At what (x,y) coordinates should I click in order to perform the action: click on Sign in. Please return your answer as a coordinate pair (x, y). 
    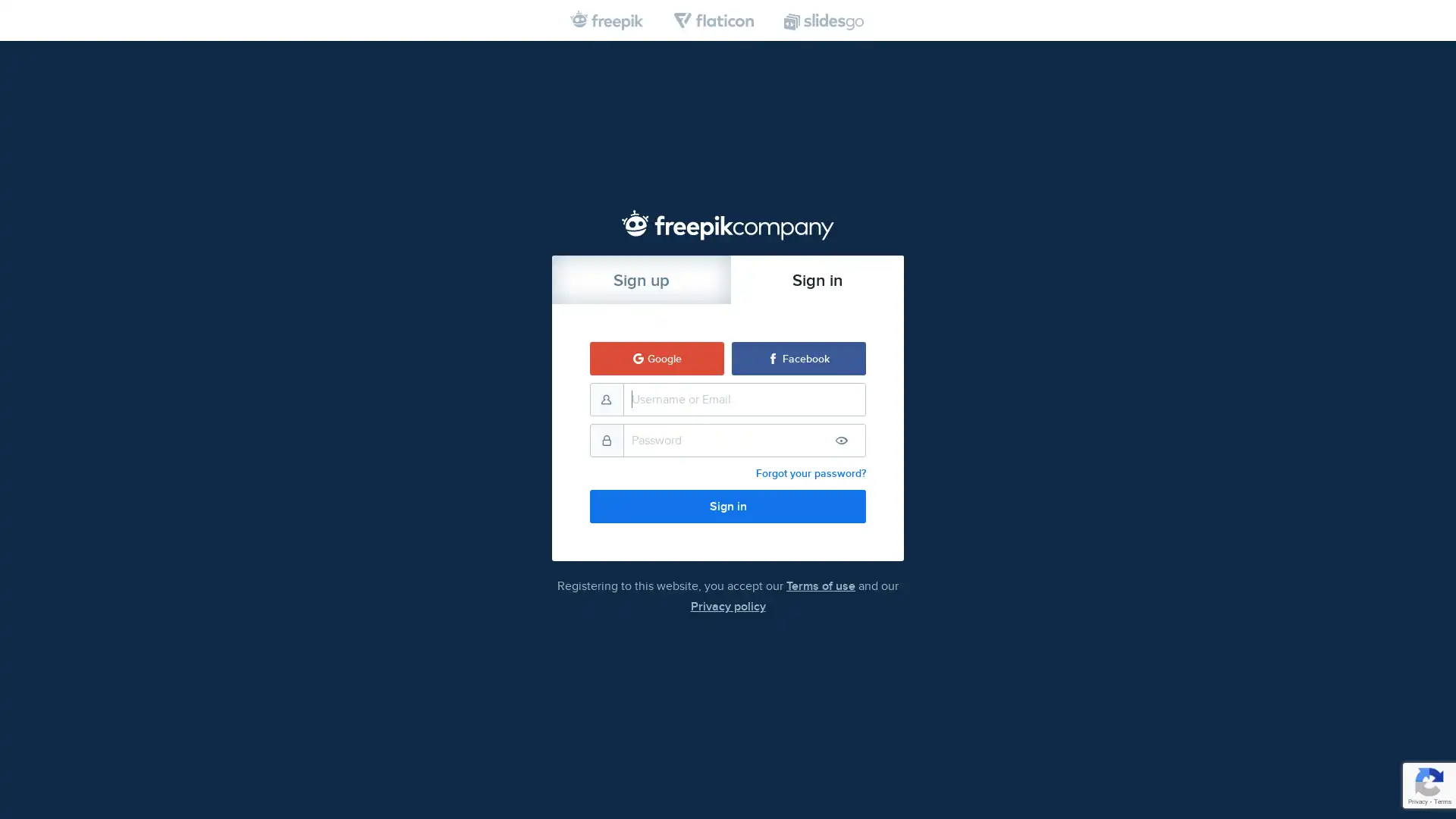
    Looking at the image, I should click on (728, 506).